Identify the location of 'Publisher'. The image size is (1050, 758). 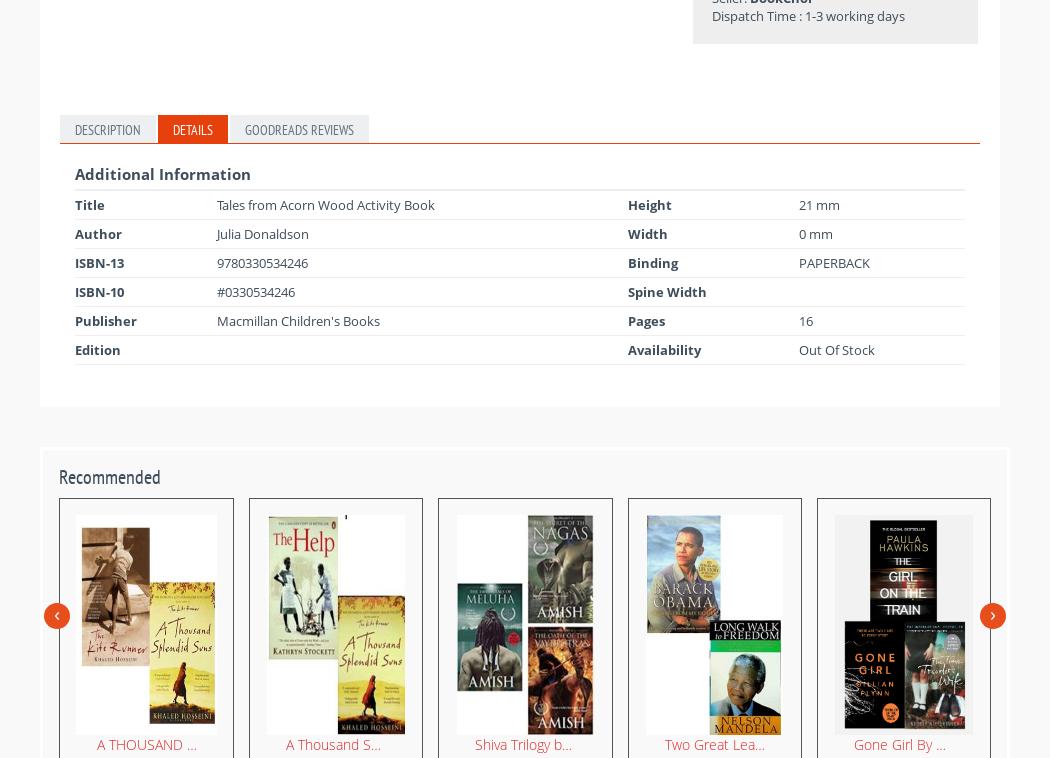
(106, 320).